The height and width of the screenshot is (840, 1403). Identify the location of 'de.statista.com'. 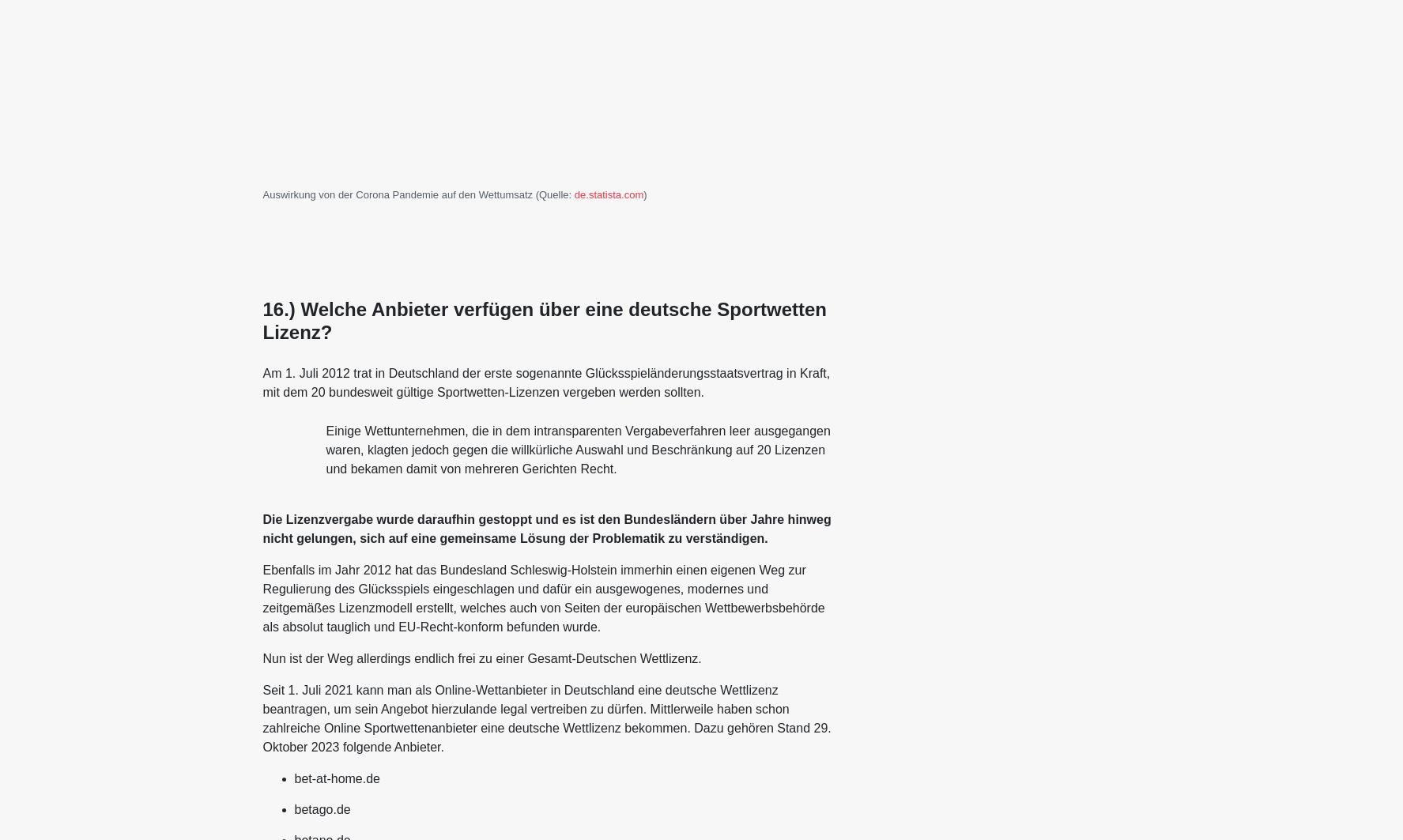
(608, 194).